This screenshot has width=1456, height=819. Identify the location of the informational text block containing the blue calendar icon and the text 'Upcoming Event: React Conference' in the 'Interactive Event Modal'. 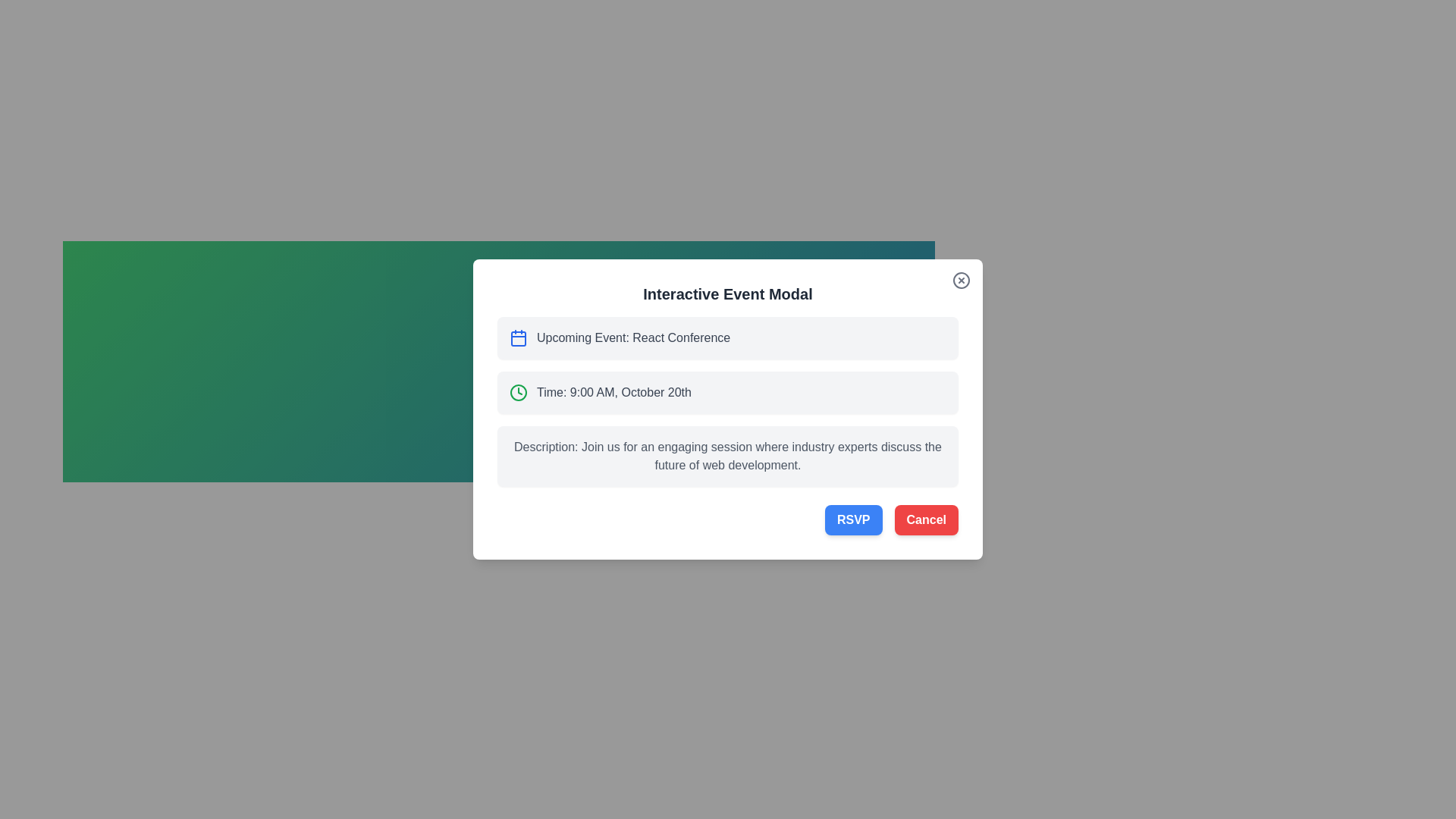
(728, 337).